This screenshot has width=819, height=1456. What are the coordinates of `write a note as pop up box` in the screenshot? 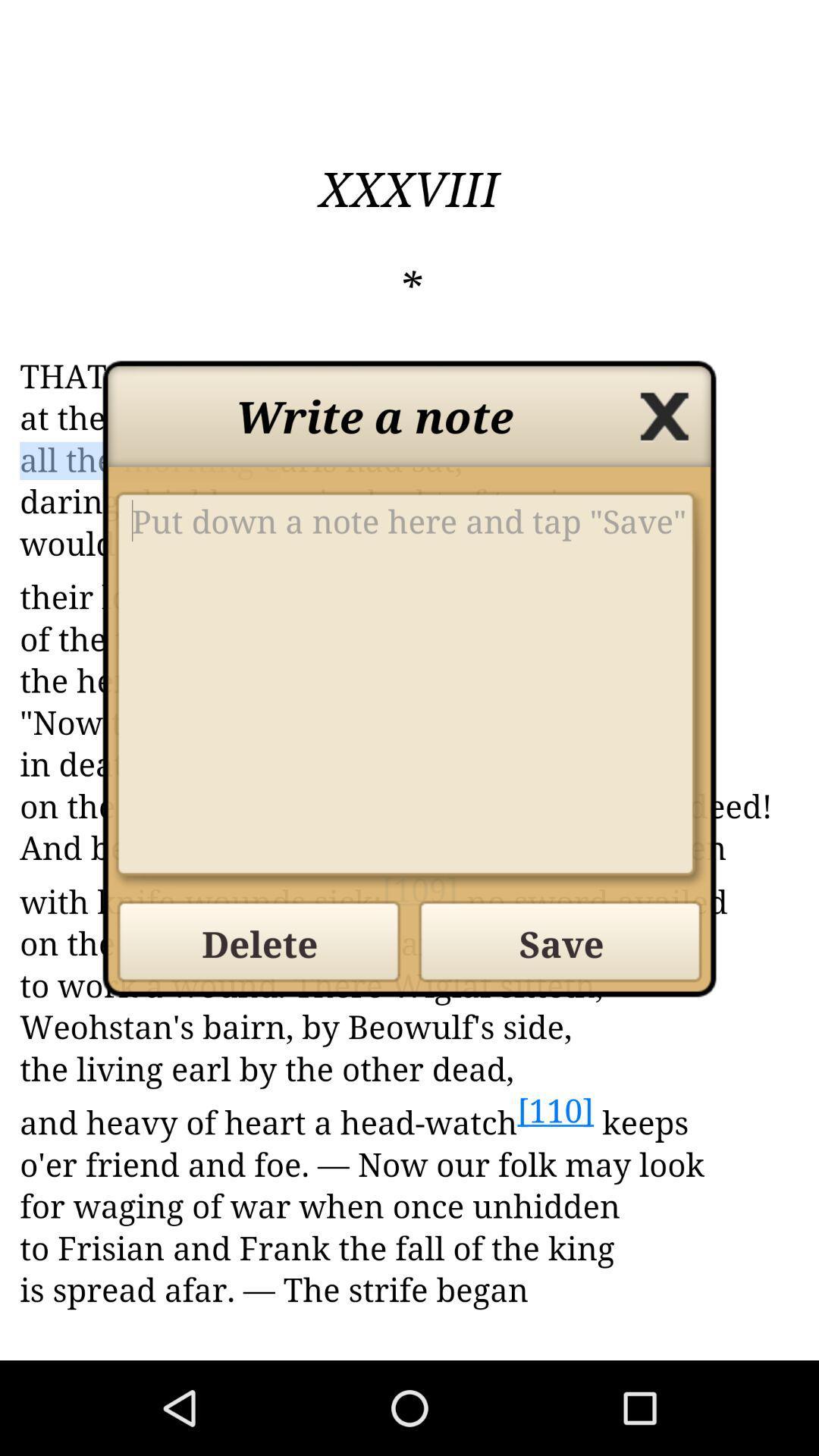 It's located at (409, 689).